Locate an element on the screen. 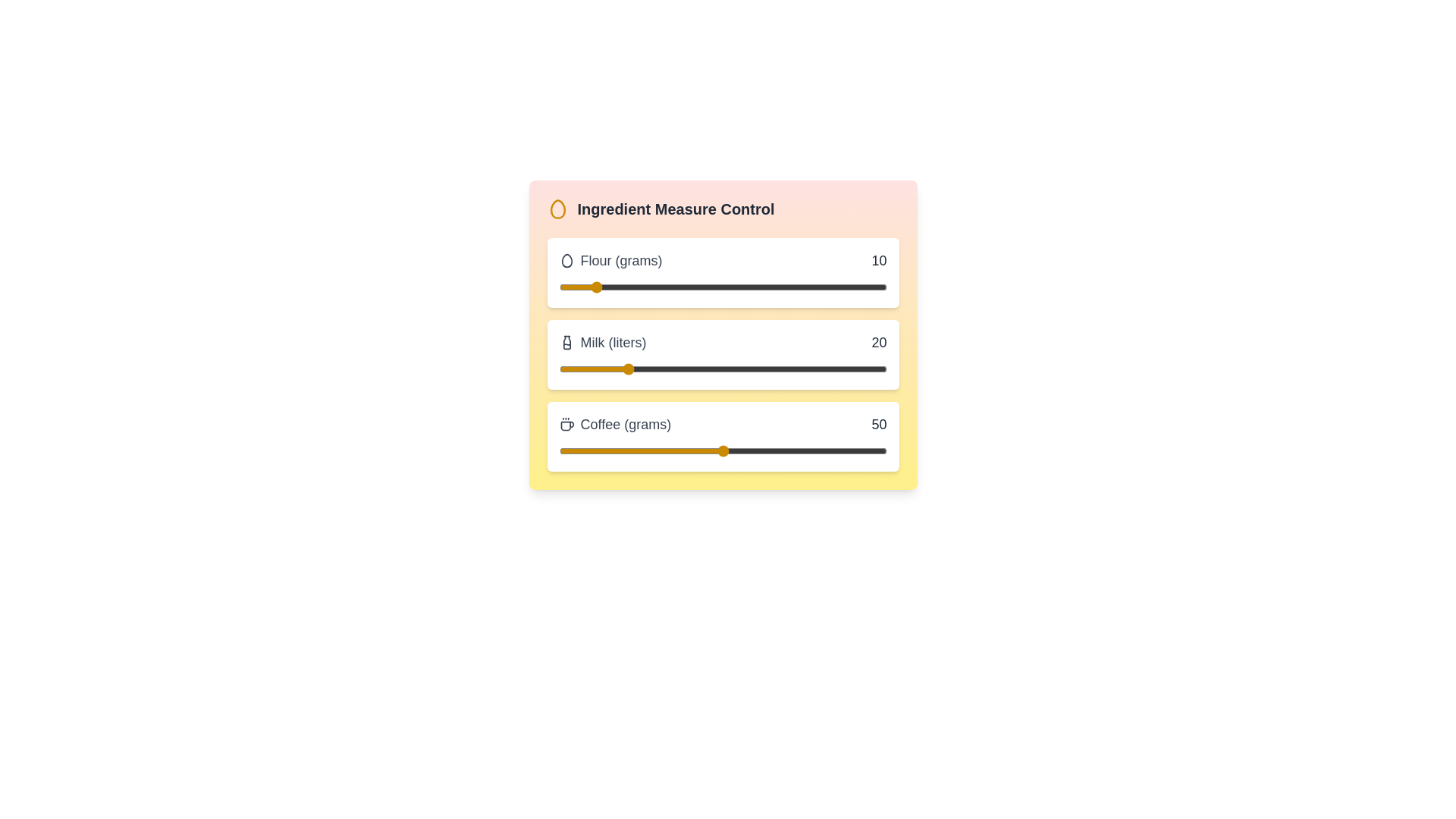 The width and height of the screenshot is (1456, 819). ingredient measurement is located at coordinates (794, 287).